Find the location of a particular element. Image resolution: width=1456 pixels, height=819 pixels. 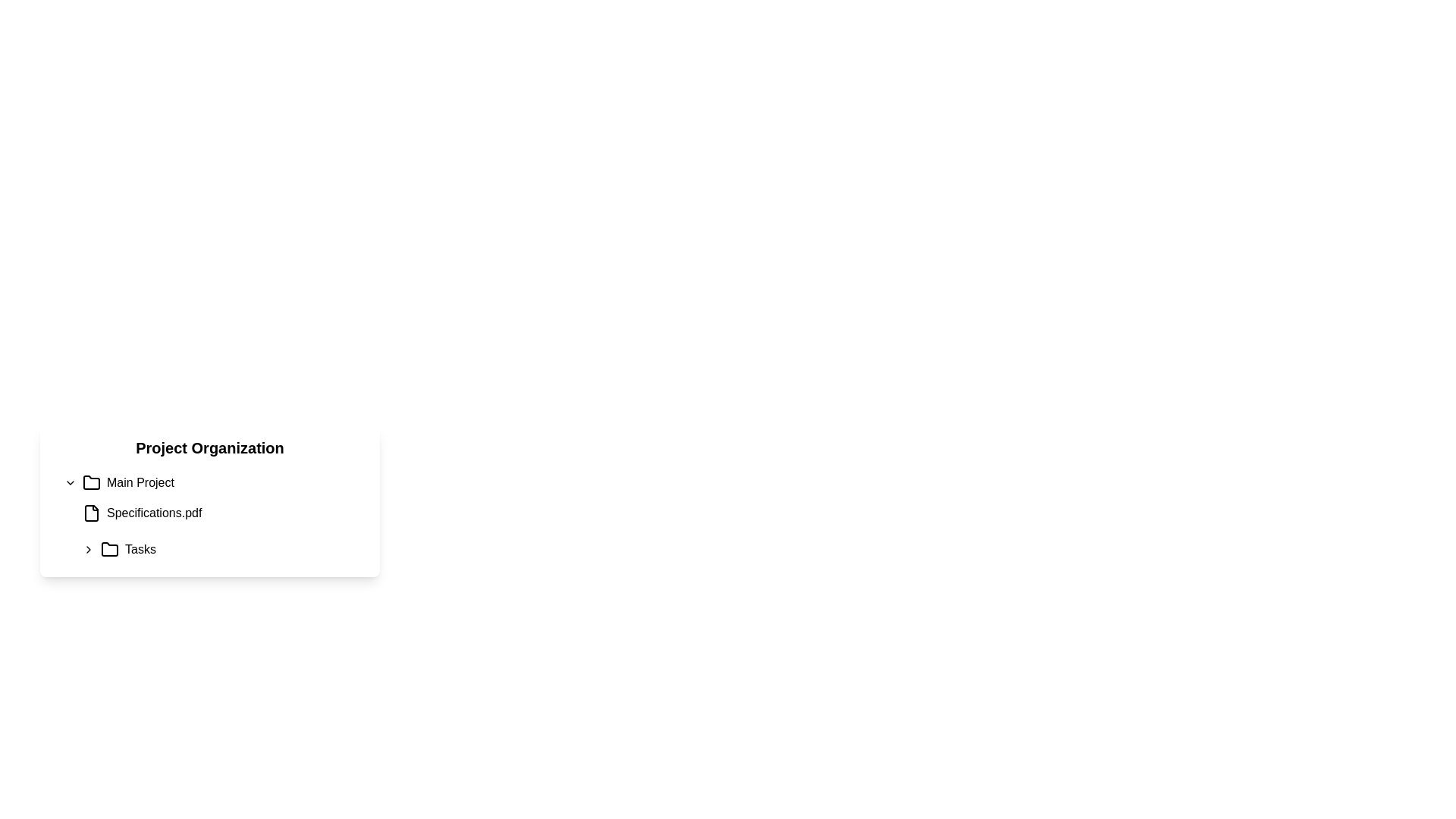

the 'Tasks' text label, which is bold, black, and represents a folder in the 'Project Organization' section is located at coordinates (140, 550).